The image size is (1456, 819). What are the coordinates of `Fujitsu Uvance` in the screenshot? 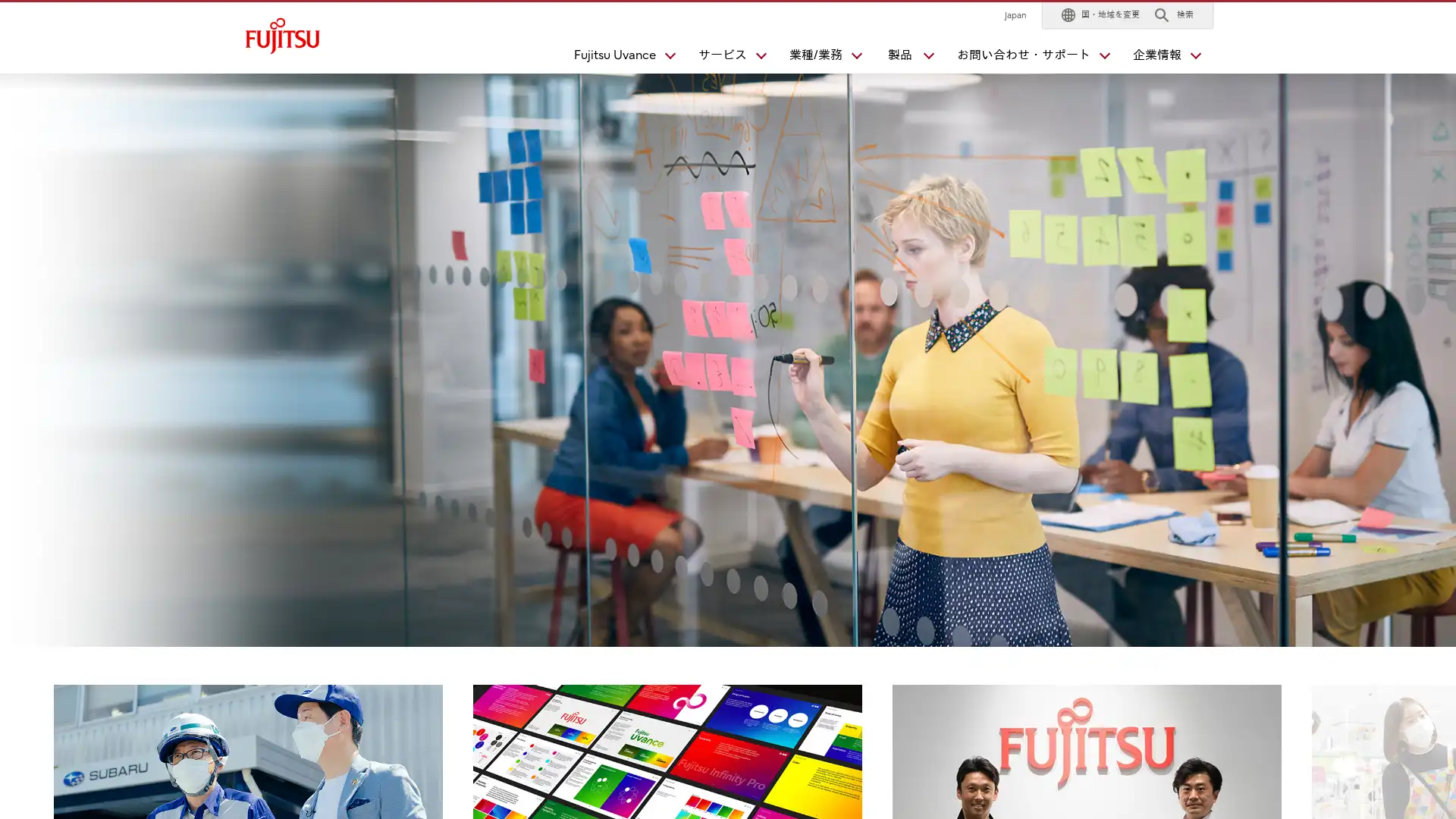 It's located at (618, 58).